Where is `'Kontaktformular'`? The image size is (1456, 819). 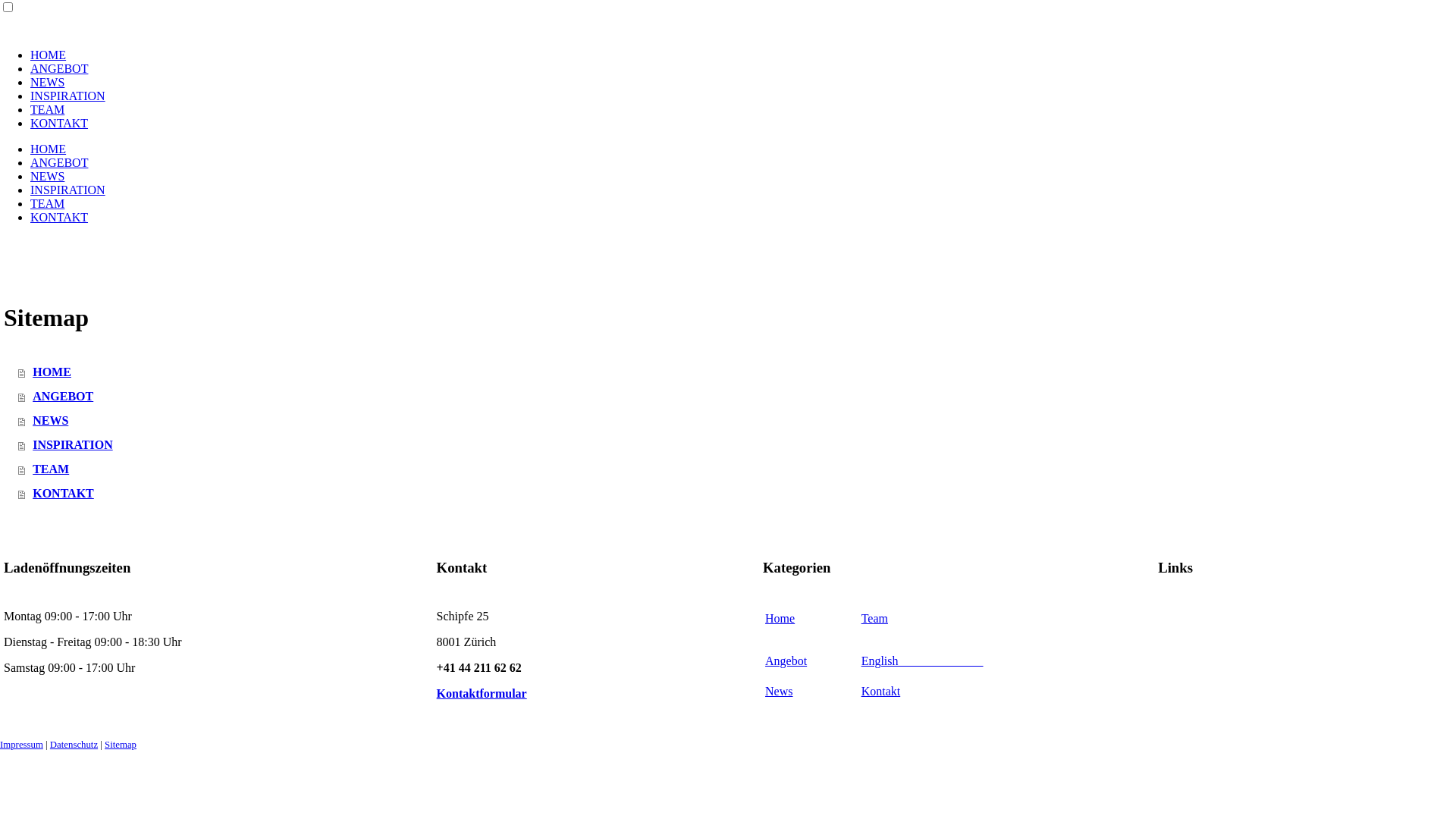
'Kontaktformular' is located at coordinates (481, 693).